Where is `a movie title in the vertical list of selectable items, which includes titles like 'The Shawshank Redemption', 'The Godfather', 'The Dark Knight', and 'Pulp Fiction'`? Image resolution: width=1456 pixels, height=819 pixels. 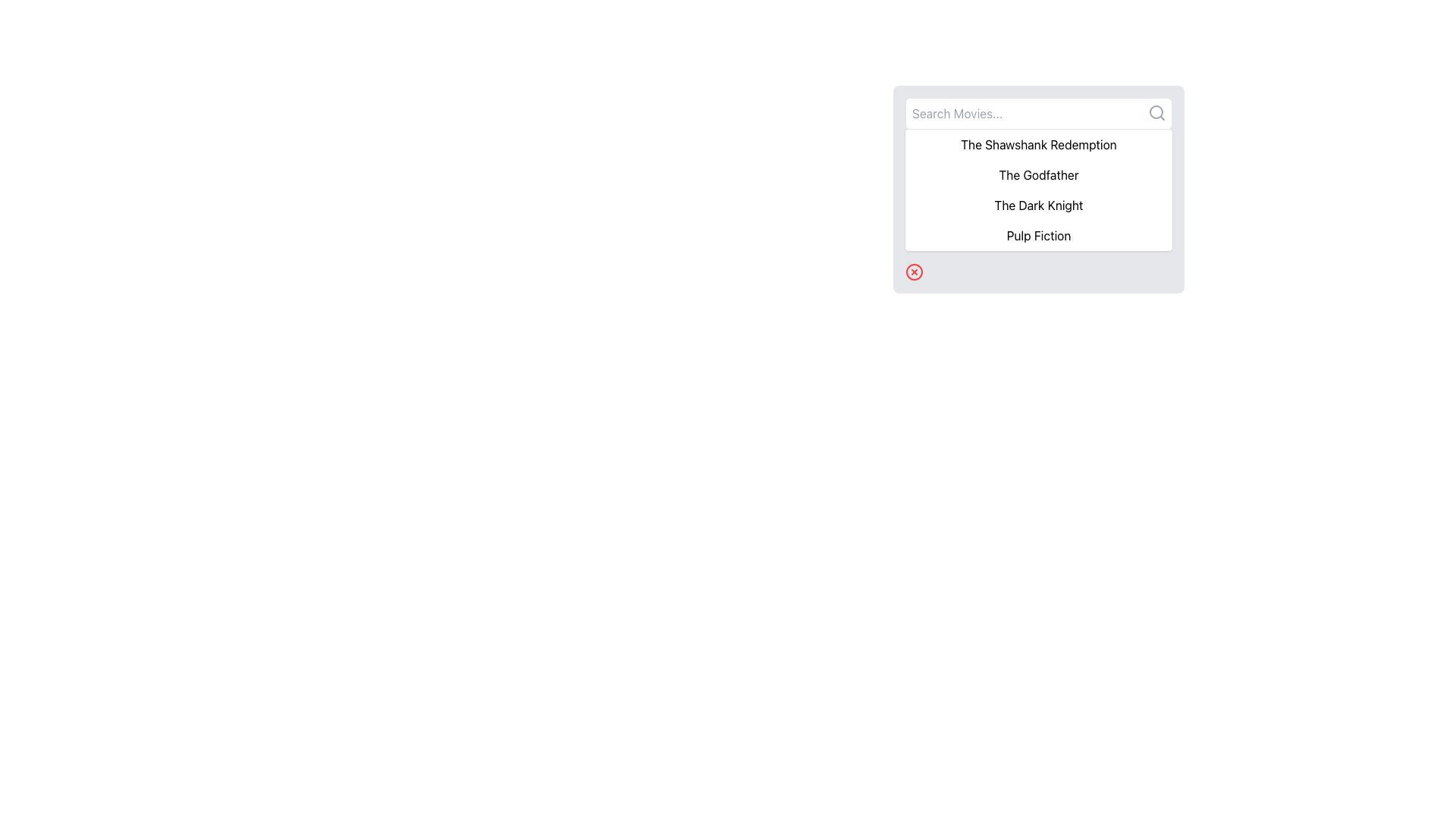 a movie title in the vertical list of selectable items, which includes titles like 'The Shawshank Redemption', 'The Godfather', 'The Dark Knight', and 'Pulp Fiction' is located at coordinates (1037, 189).